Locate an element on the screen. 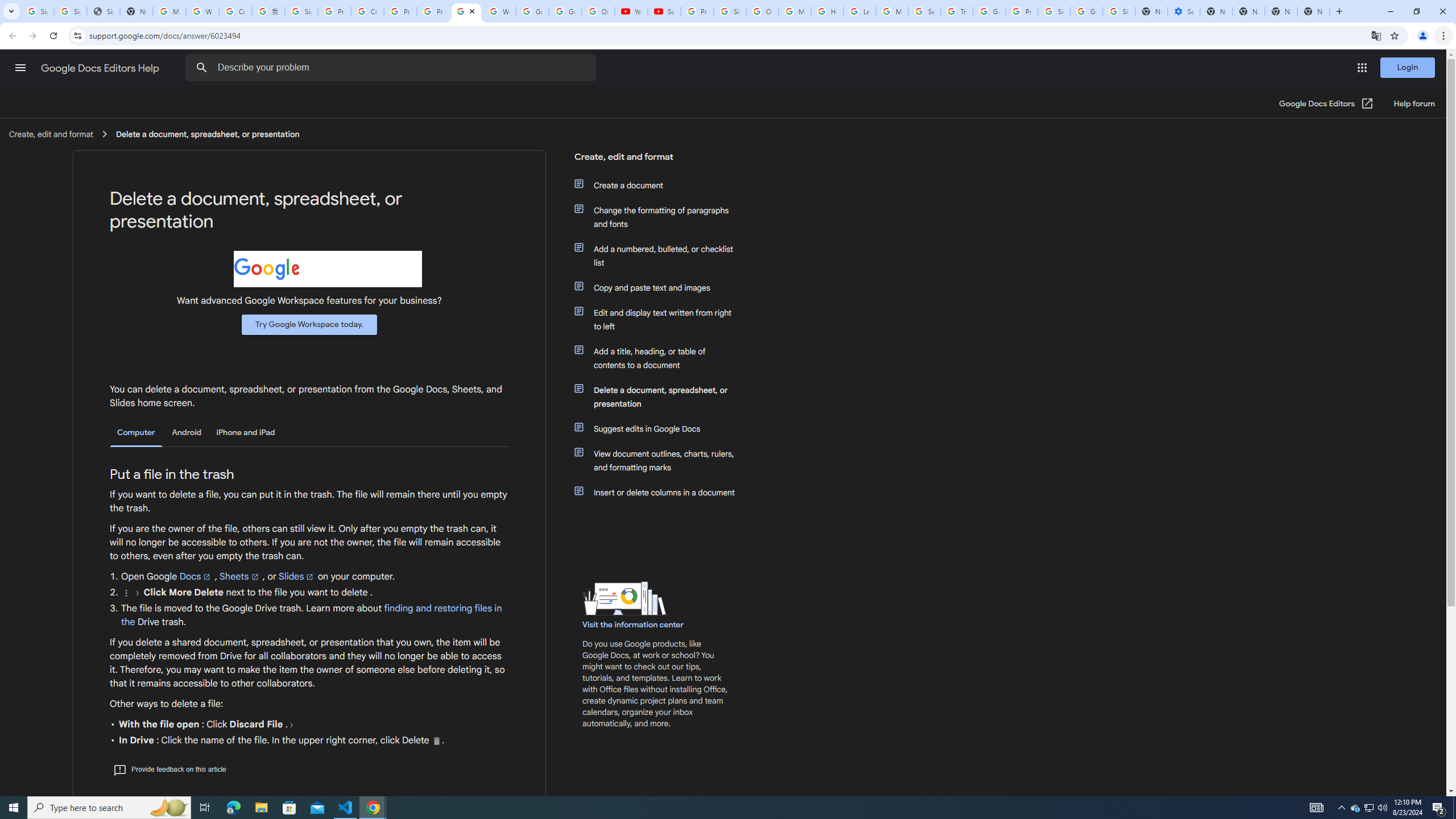  'finding and restoring files in the' is located at coordinates (311, 615).